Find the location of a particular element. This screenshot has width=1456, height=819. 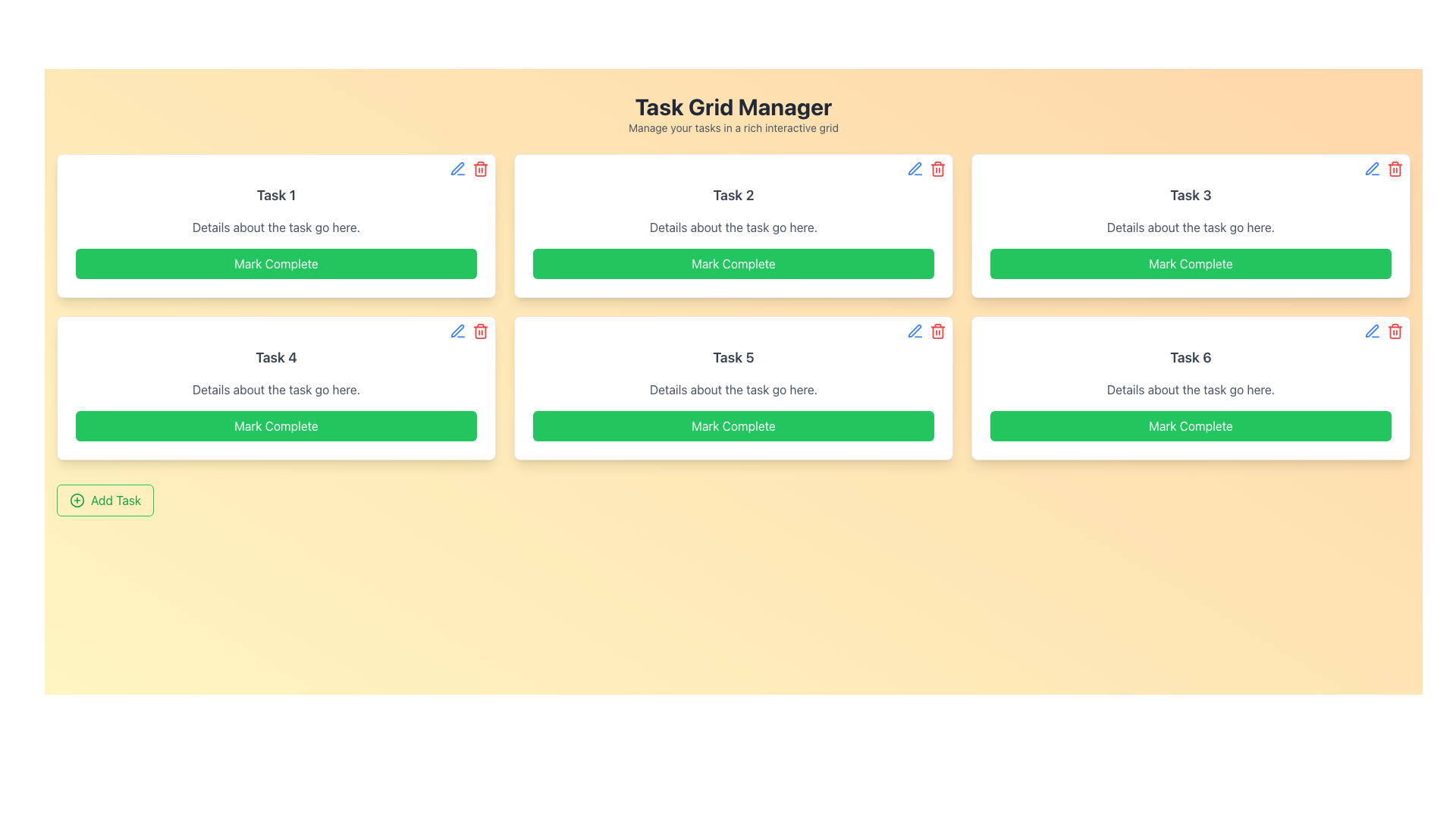

the button located at the bottom of the 'Task 2' card to mark the task as complete is located at coordinates (733, 262).